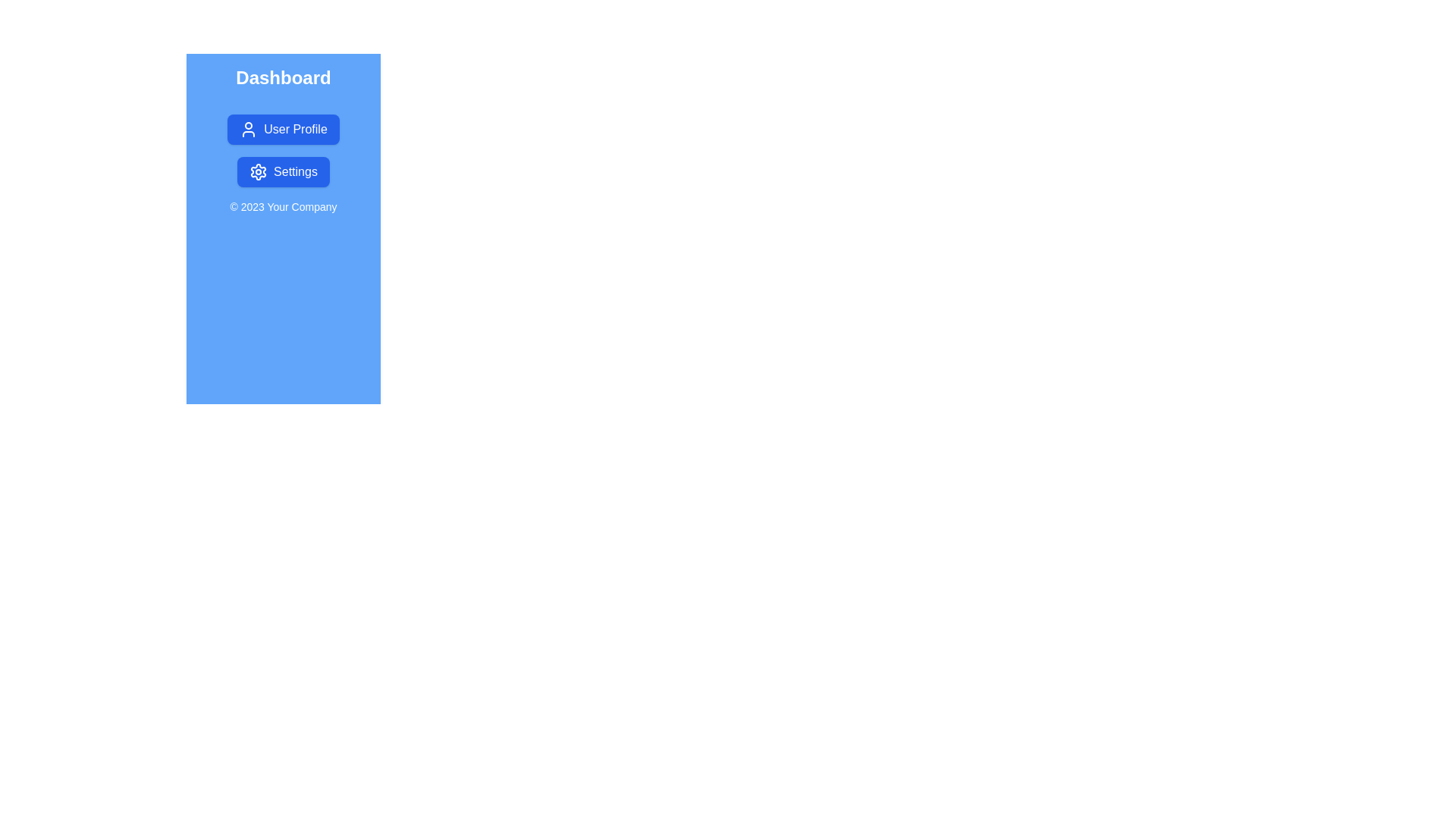 Image resolution: width=1456 pixels, height=819 pixels. Describe the element at coordinates (284, 171) in the screenshot. I see `the 'Settings' button located in the drawer` at that location.